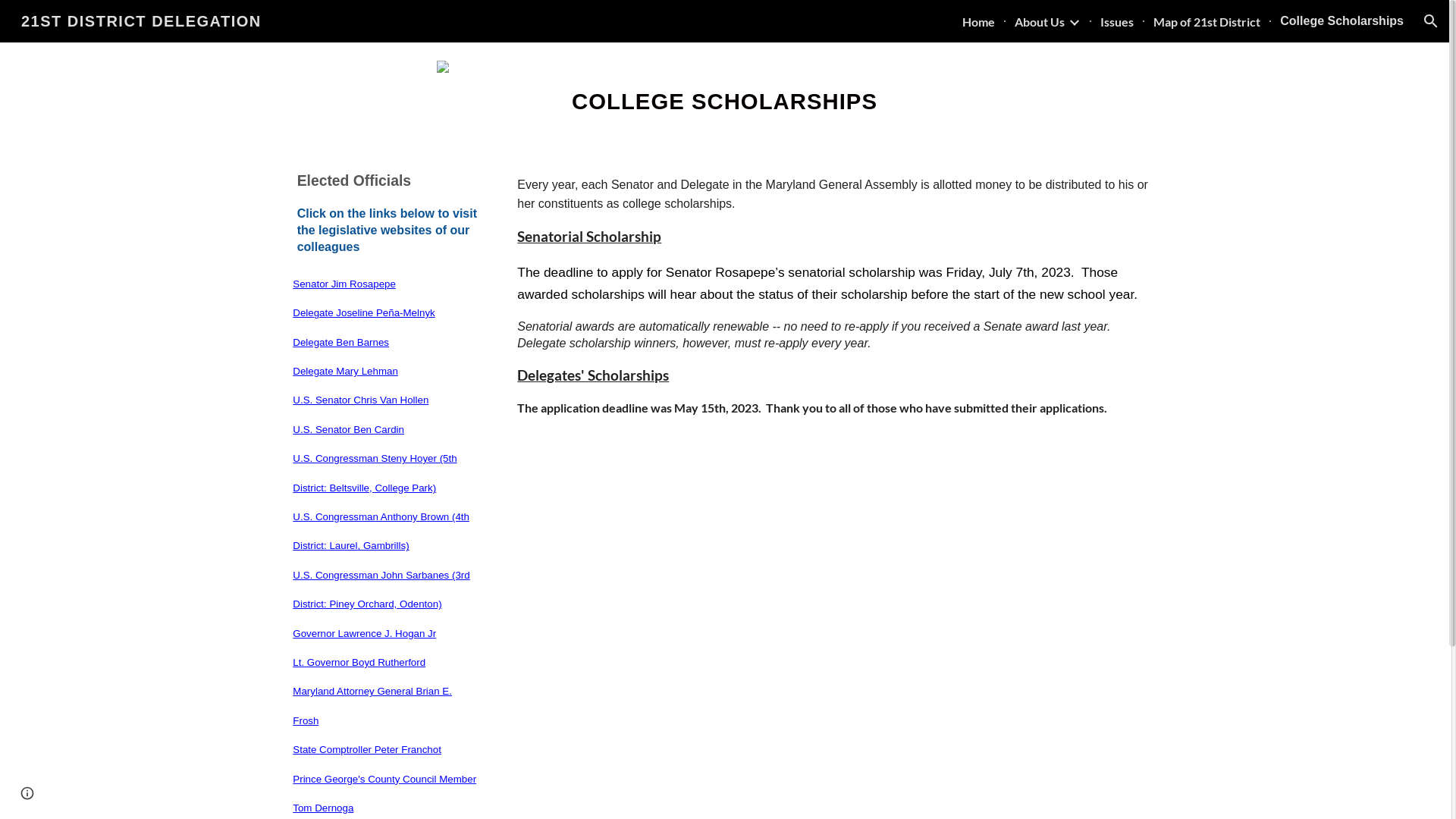 Image resolution: width=1456 pixels, height=819 pixels. I want to click on 'Map of 21st District', so click(1206, 20).